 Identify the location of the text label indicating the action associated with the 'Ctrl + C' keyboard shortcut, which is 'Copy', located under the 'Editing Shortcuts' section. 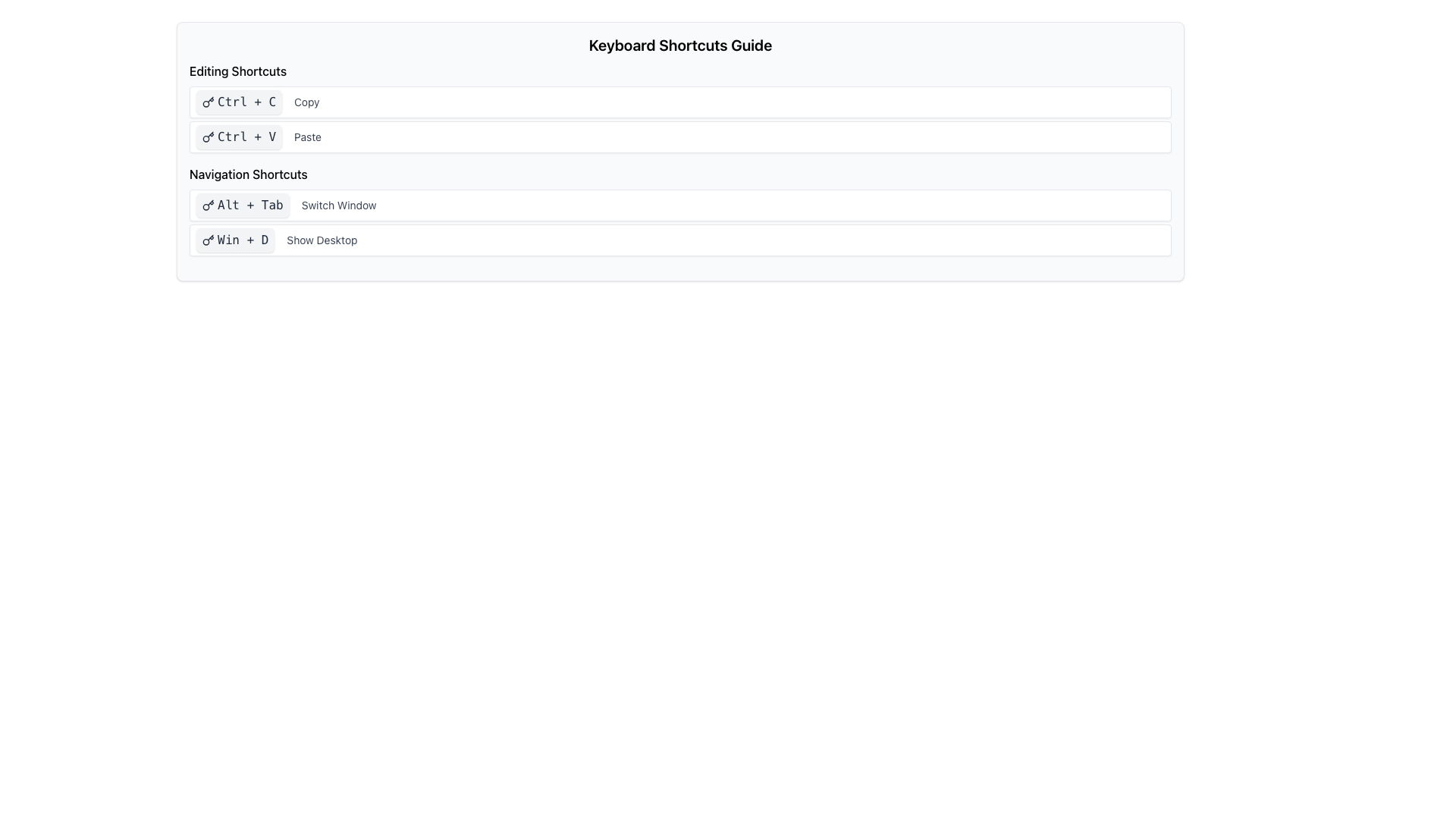
(306, 102).